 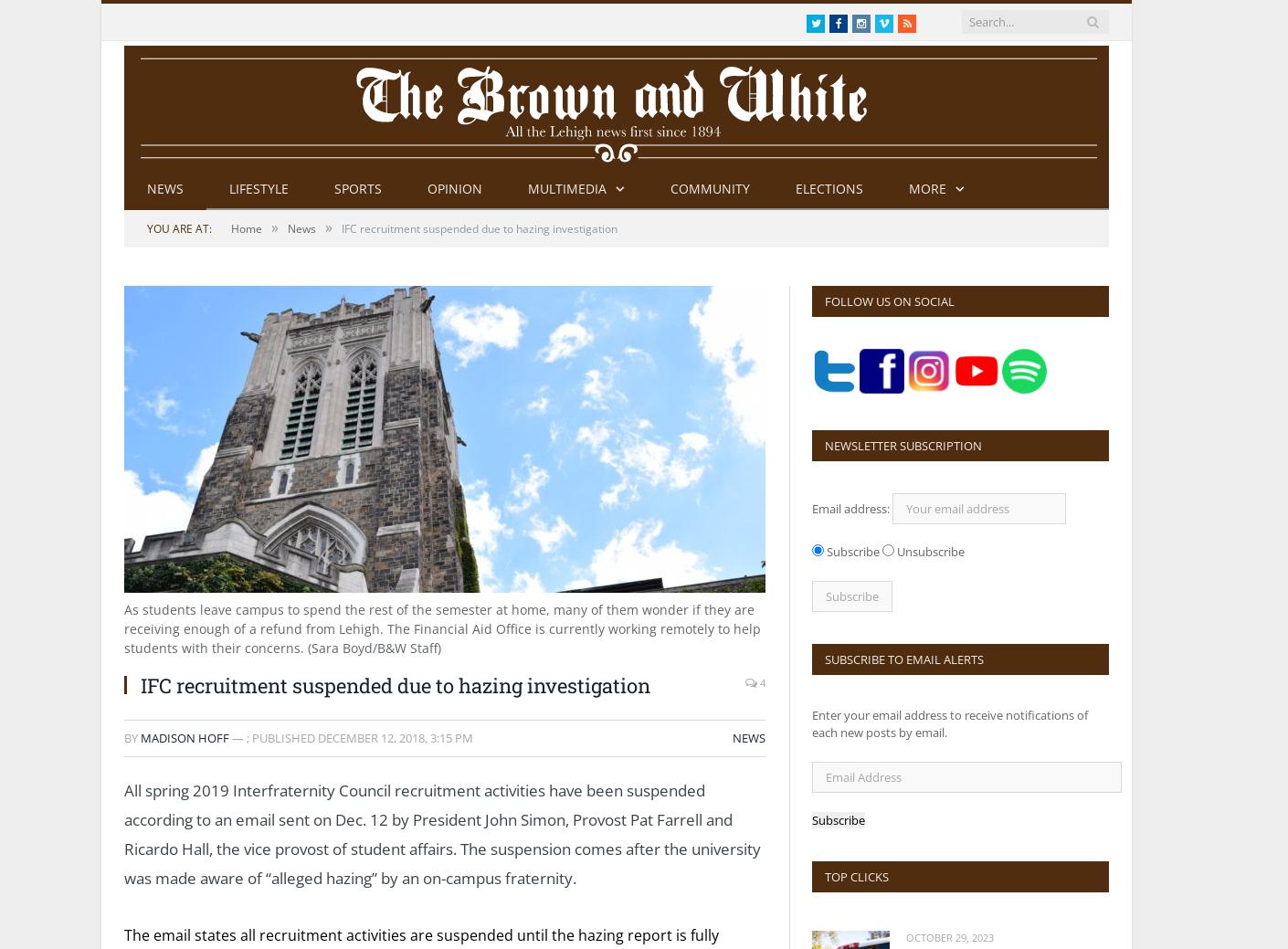 I want to click on '4', so click(x=761, y=680).